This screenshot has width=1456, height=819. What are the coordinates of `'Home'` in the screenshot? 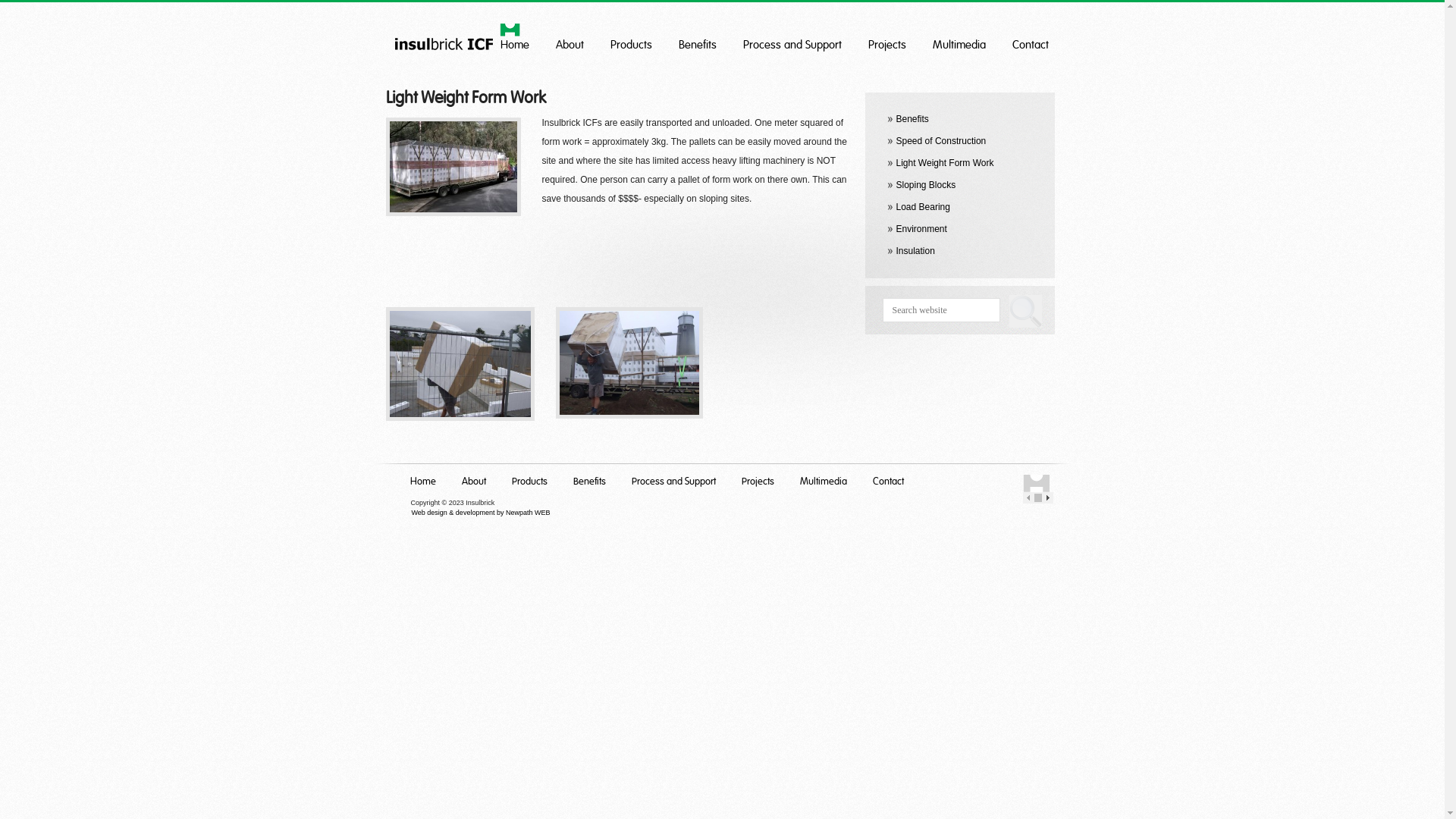 It's located at (514, 40).